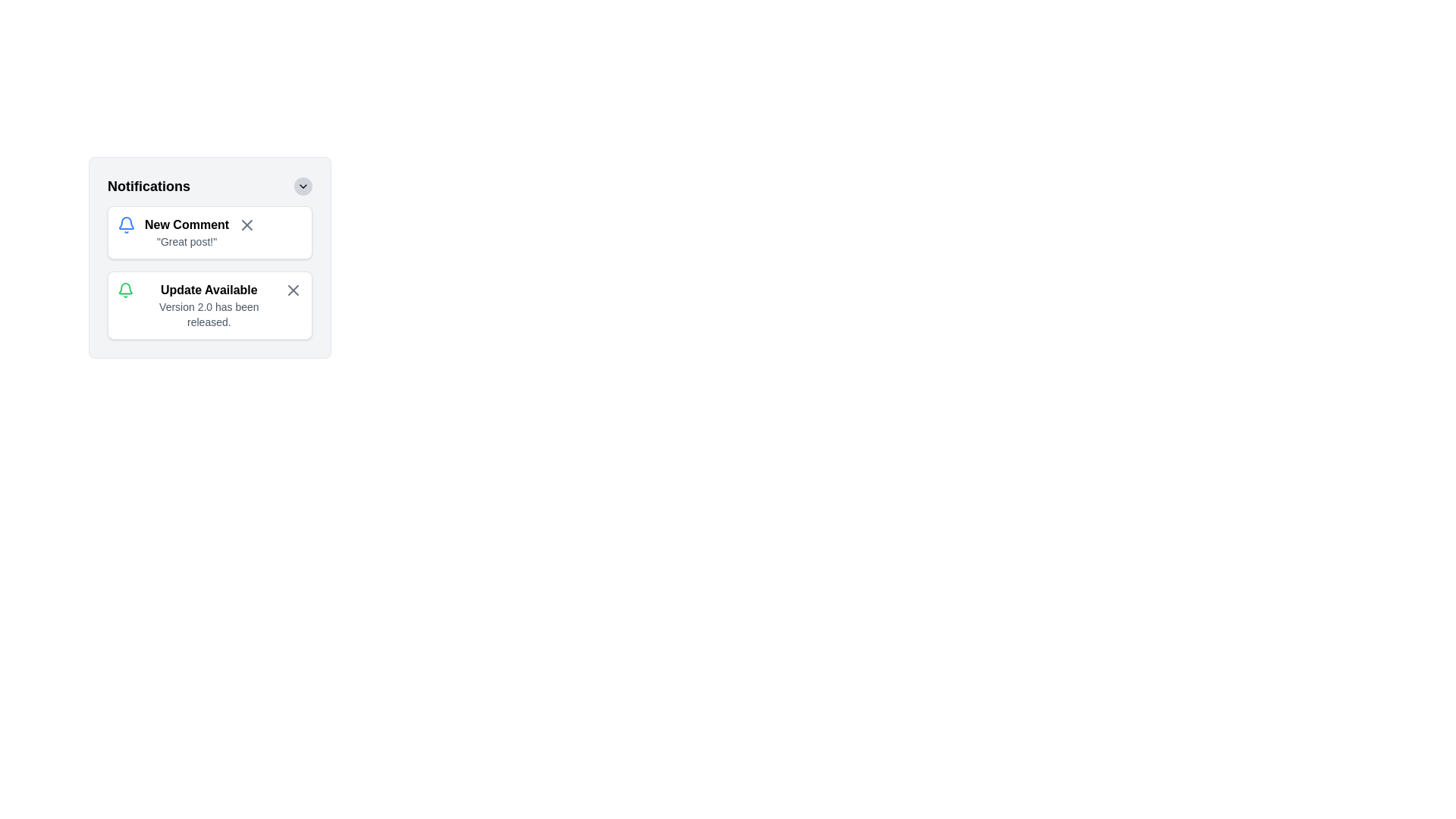 This screenshot has height=819, width=1456. I want to click on the close button located to the far right of the 'New Comment' notification entry, so click(247, 225).